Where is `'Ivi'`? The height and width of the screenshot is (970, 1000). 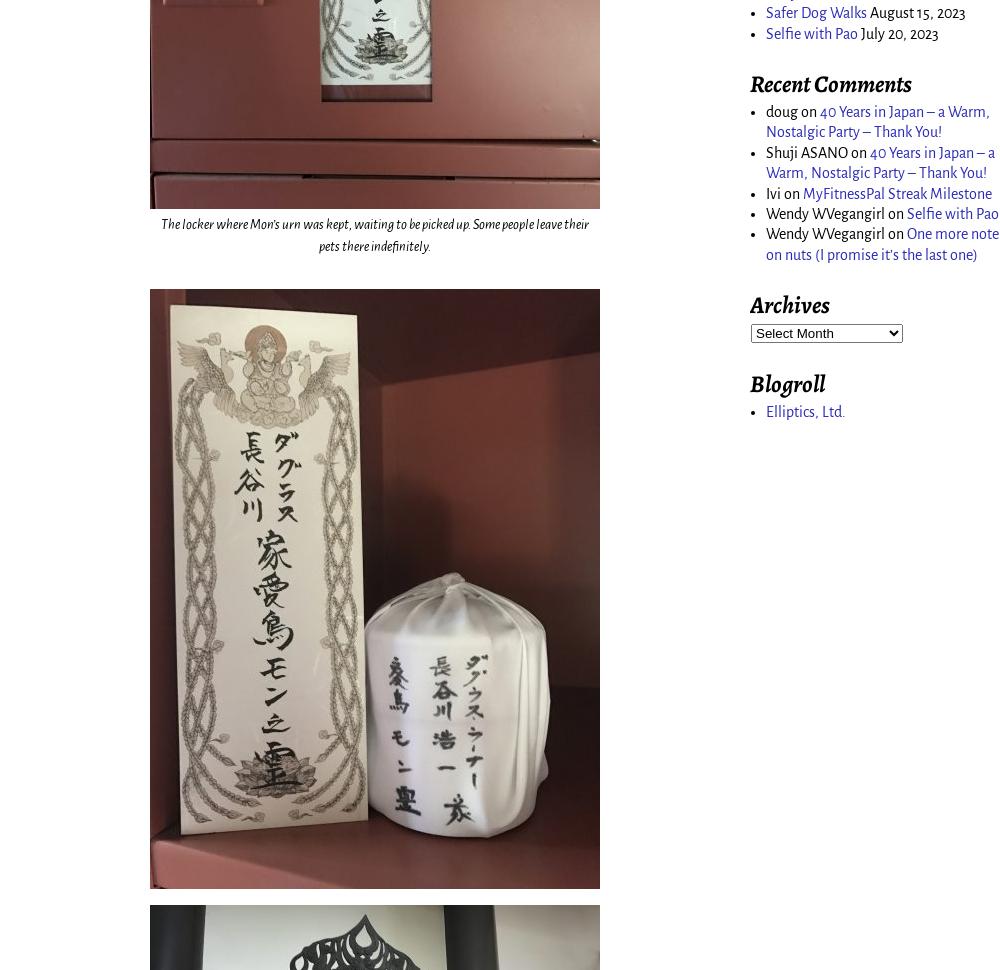 'Ivi' is located at coordinates (766, 192).